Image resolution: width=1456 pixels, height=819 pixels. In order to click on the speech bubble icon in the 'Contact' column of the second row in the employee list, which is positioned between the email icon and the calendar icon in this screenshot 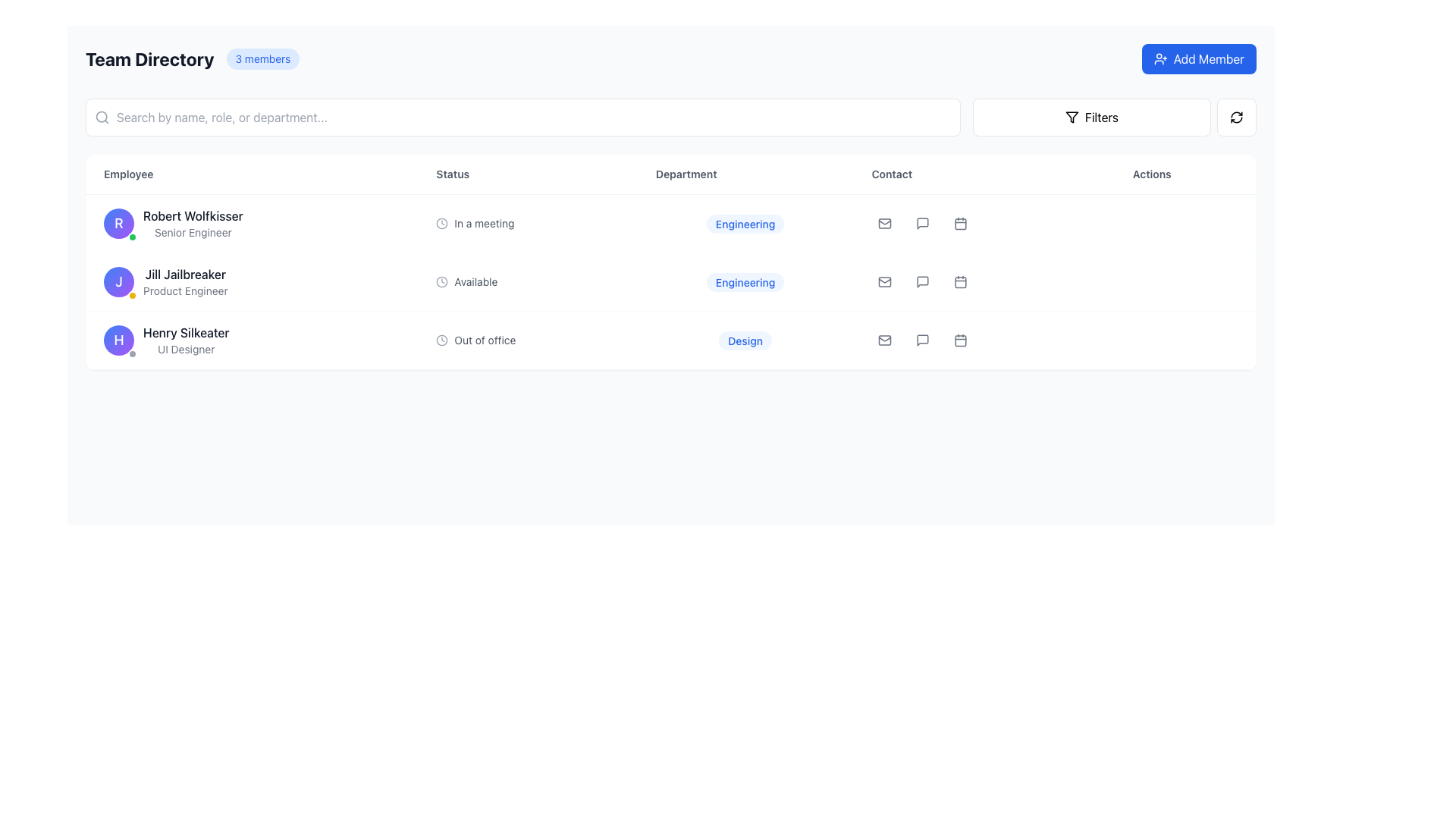, I will do `click(921, 223)`.